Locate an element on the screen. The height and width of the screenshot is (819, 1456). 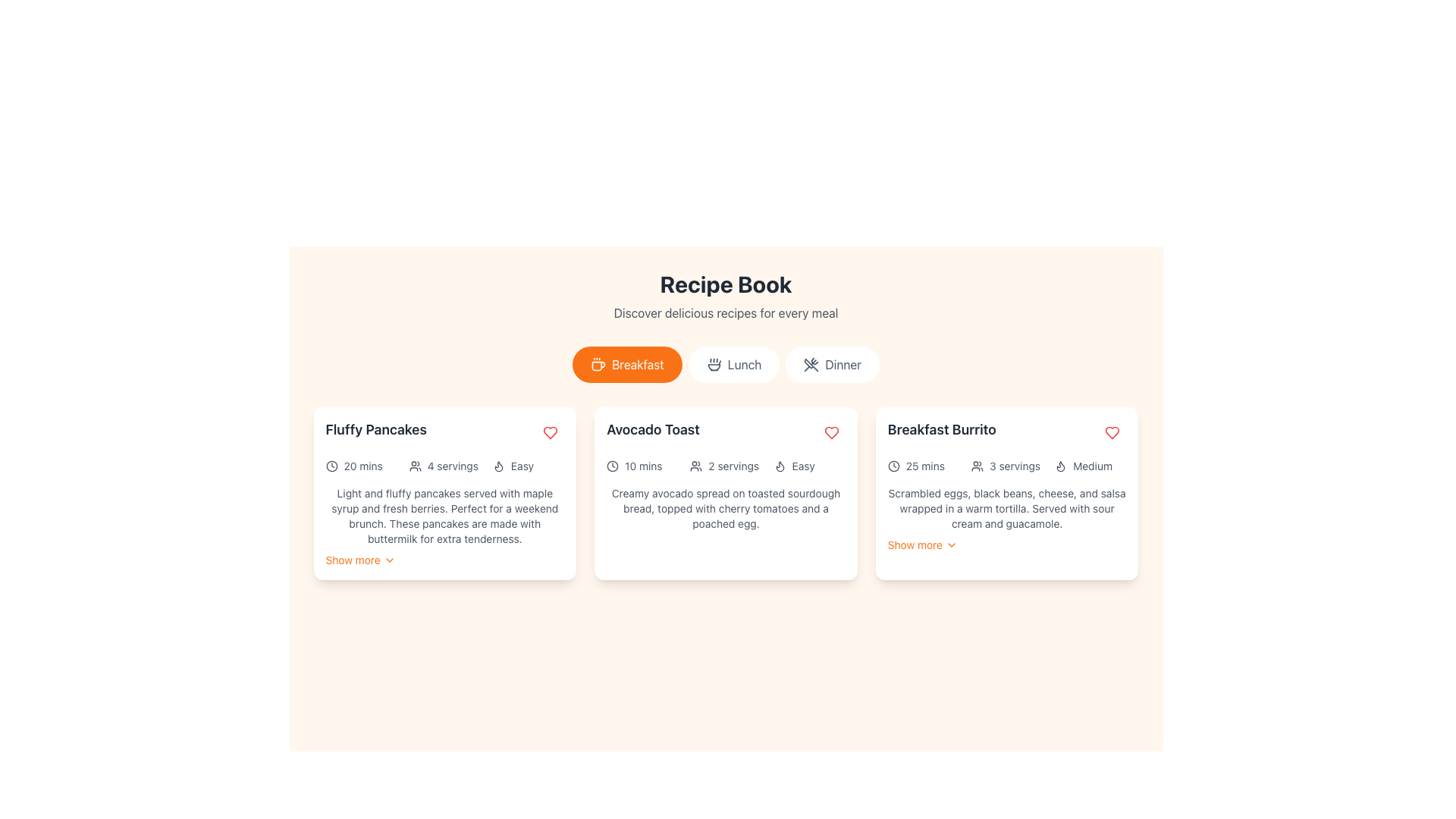
the chevron icon that indicates expandable functionality next to the 'Show more' text for 'Fluffy Pancakes' to receive visual feedback is located at coordinates (389, 560).